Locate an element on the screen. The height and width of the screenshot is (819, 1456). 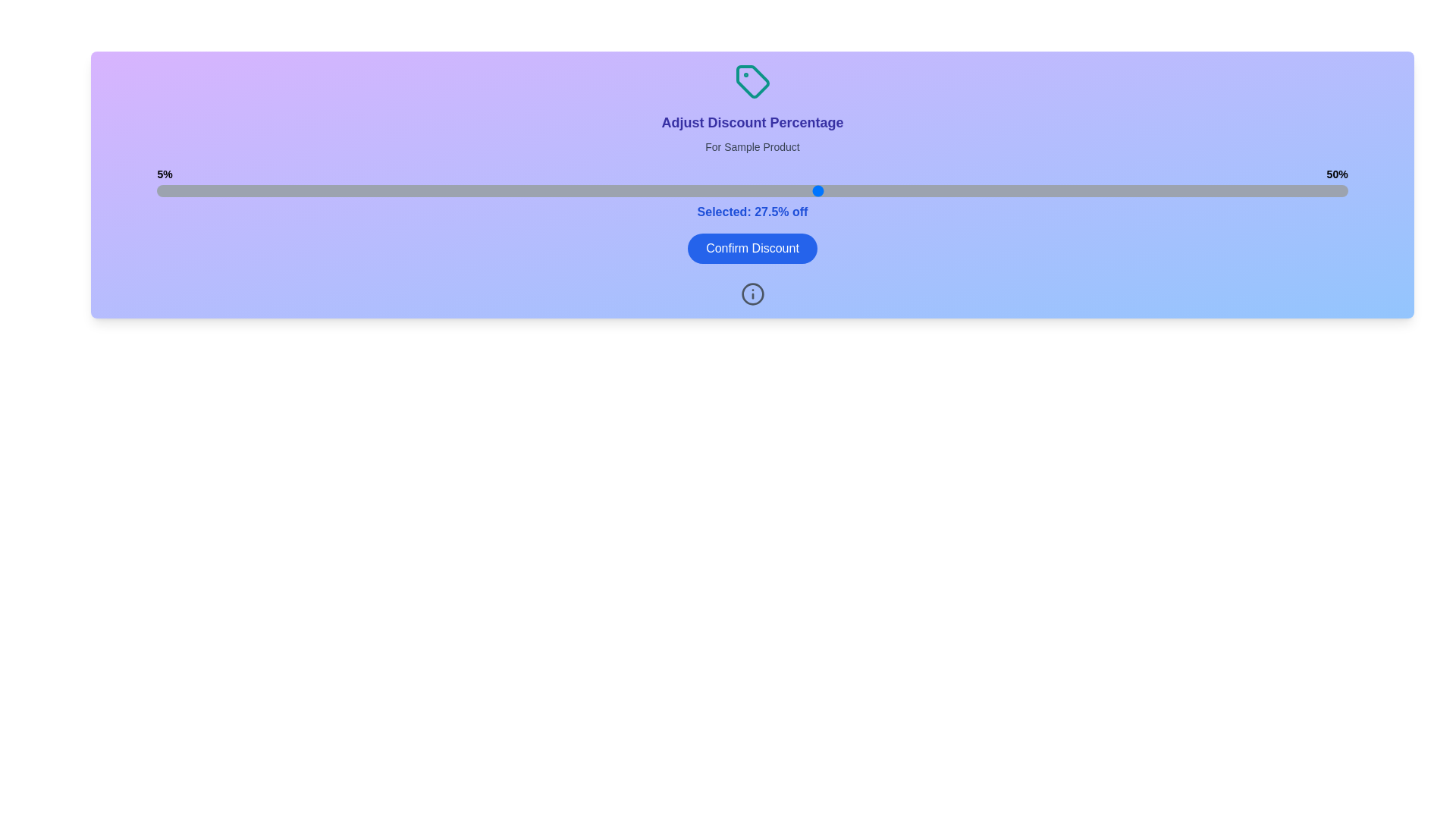
the Text Display that shows 'Selected: 27.5% off' in blue bold font, positioned below the range slider and above the 'Confirm Discount' button is located at coordinates (752, 212).